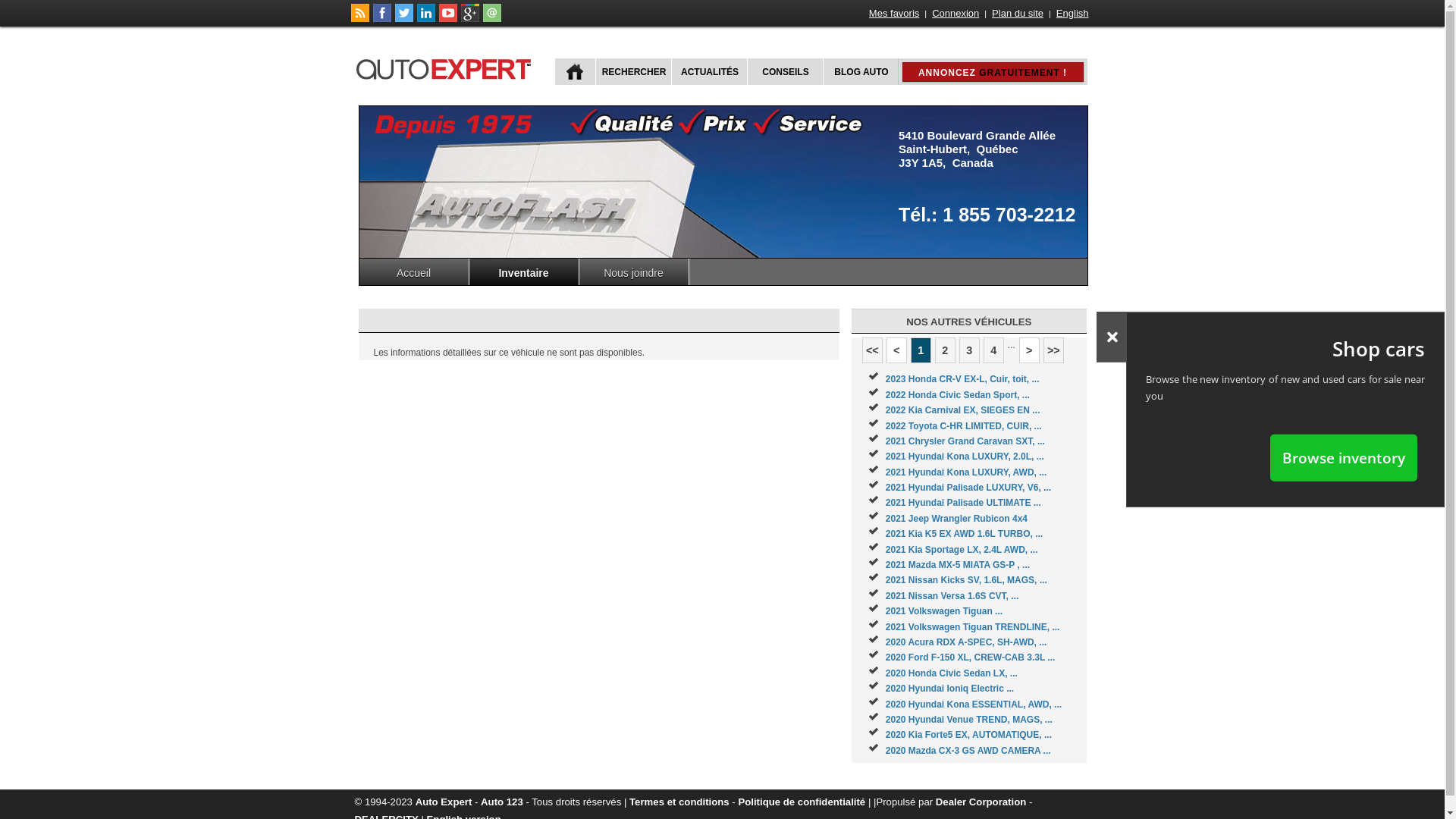 The height and width of the screenshot is (819, 1456). What do you see at coordinates (885, 642) in the screenshot?
I see `'2020 Acura RDX A-SPEC, SH-AWD, ...'` at bounding box center [885, 642].